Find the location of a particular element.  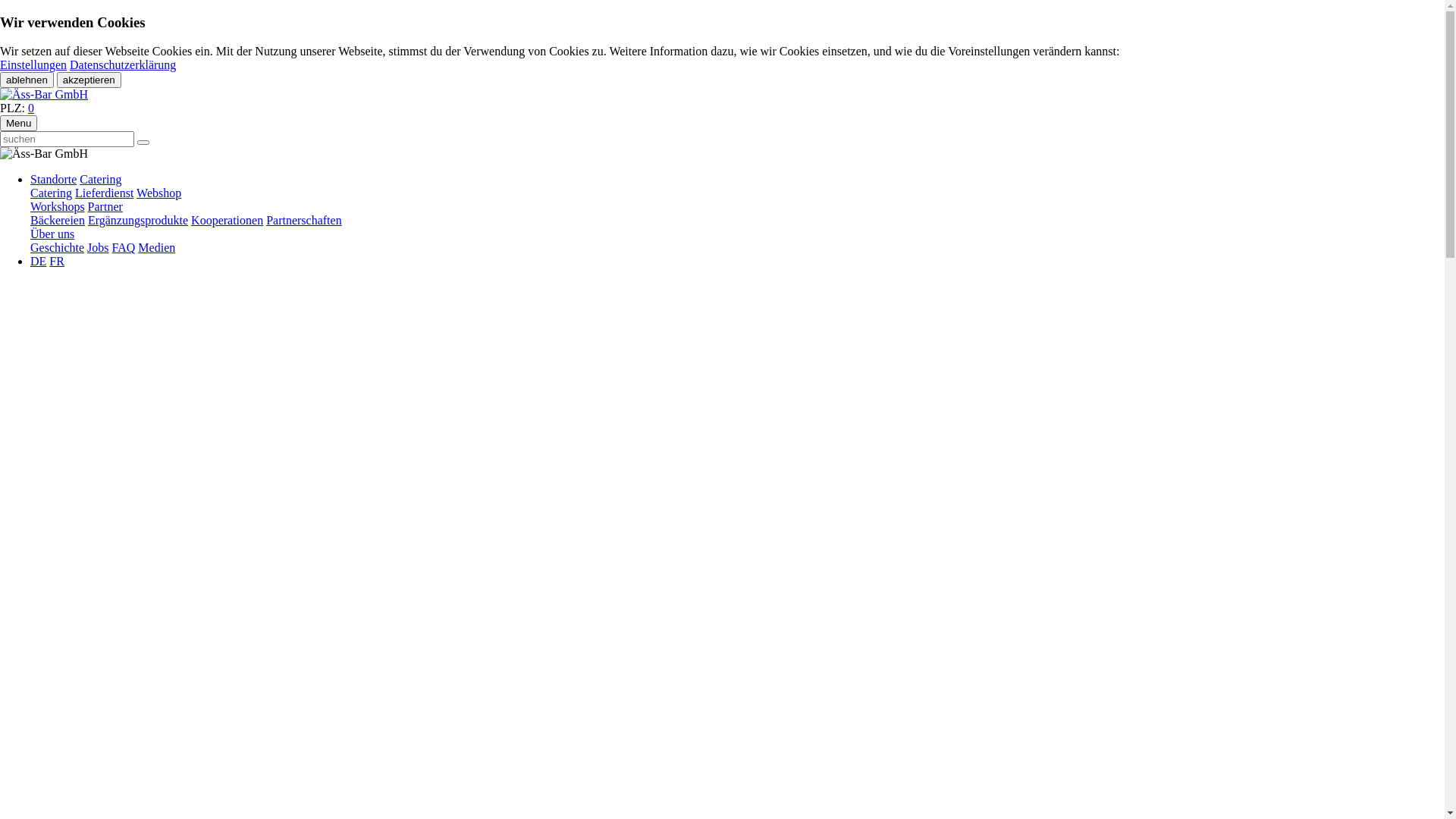

'Webshop' is located at coordinates (136, 192).